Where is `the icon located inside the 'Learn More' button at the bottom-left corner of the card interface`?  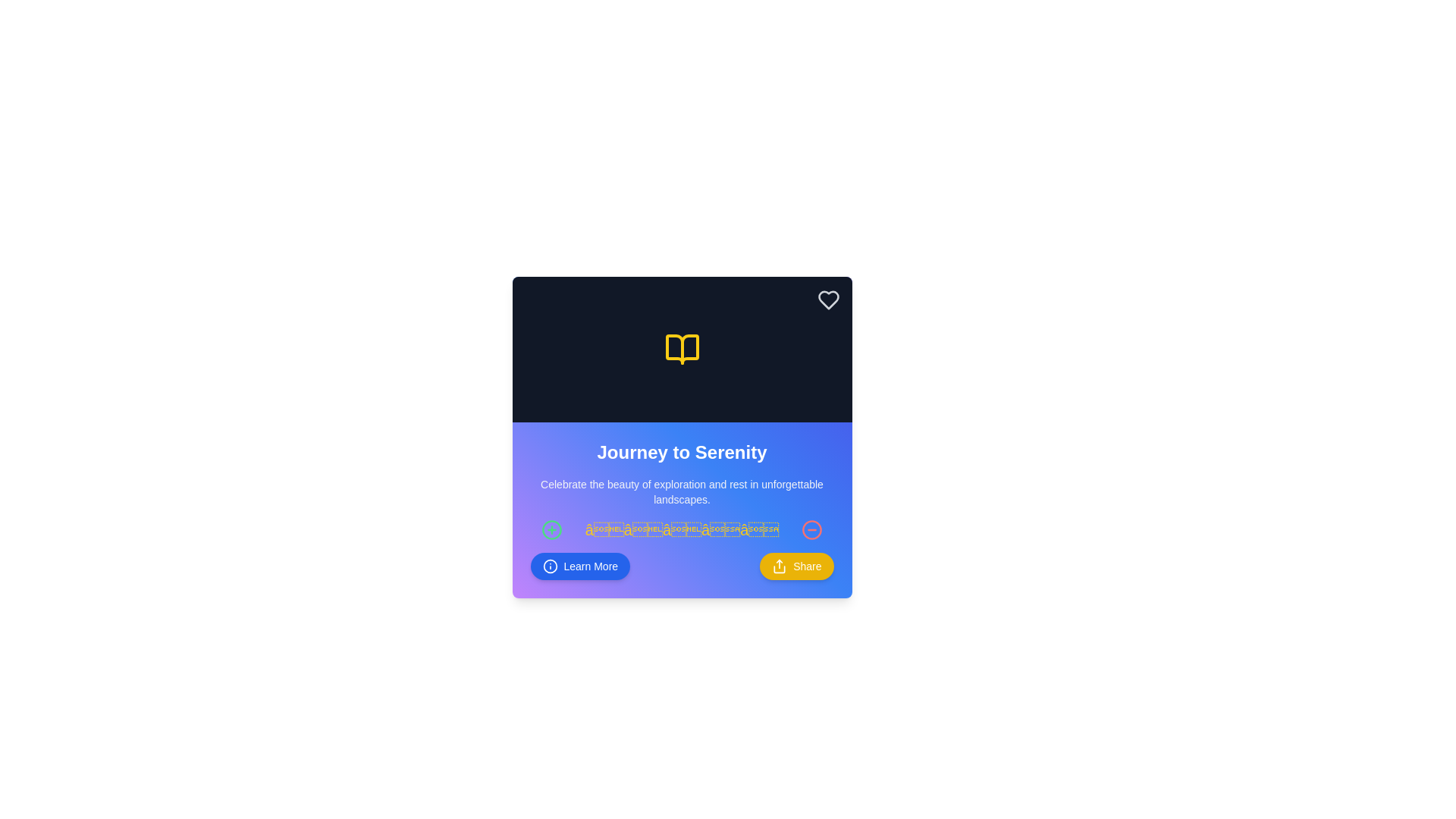 the icon located inside the 'Learn More' button at the bottom-left corner of the card interface is located at coordinates (549, 566).